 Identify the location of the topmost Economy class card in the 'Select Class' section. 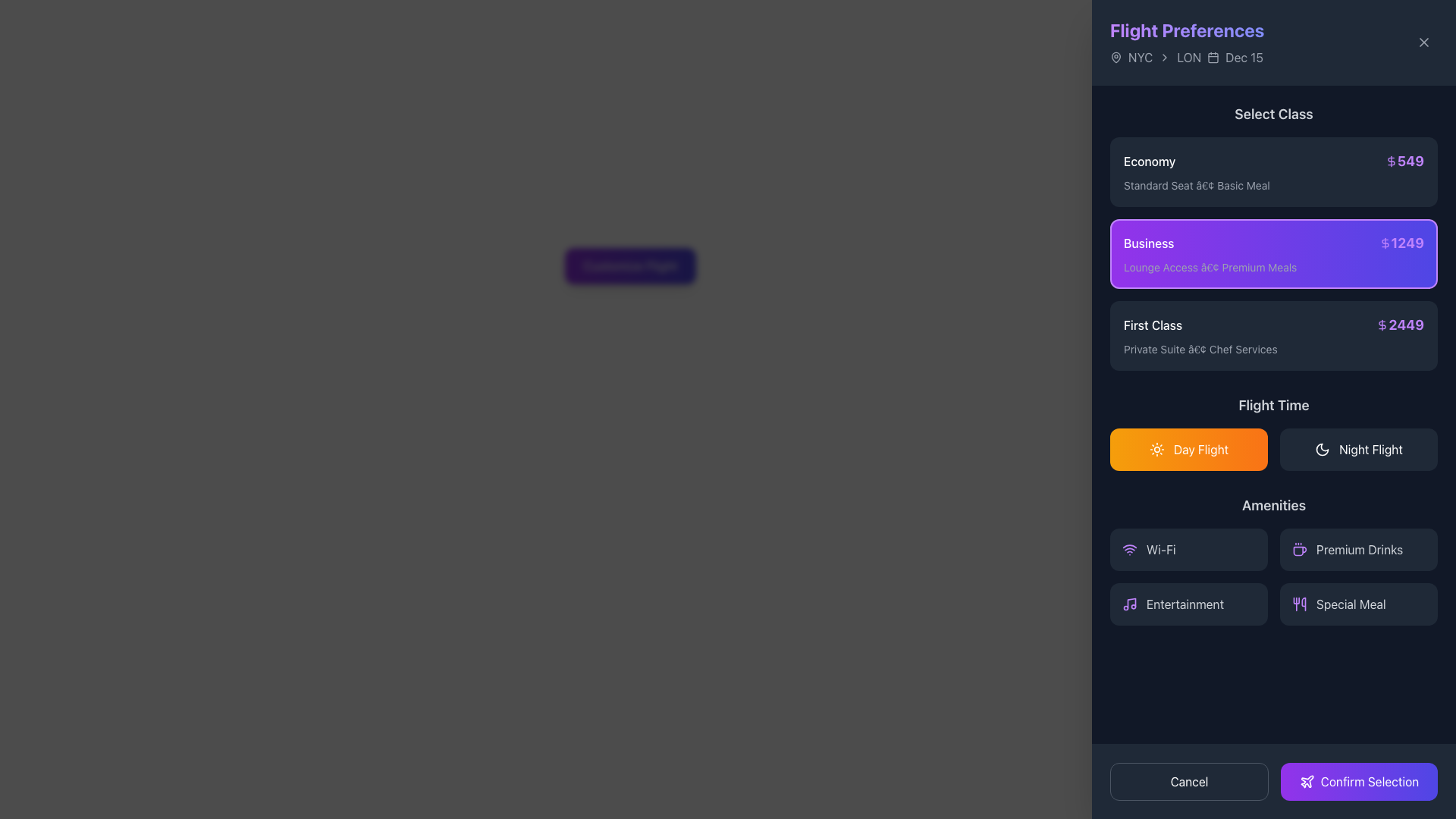
(1274, 171).